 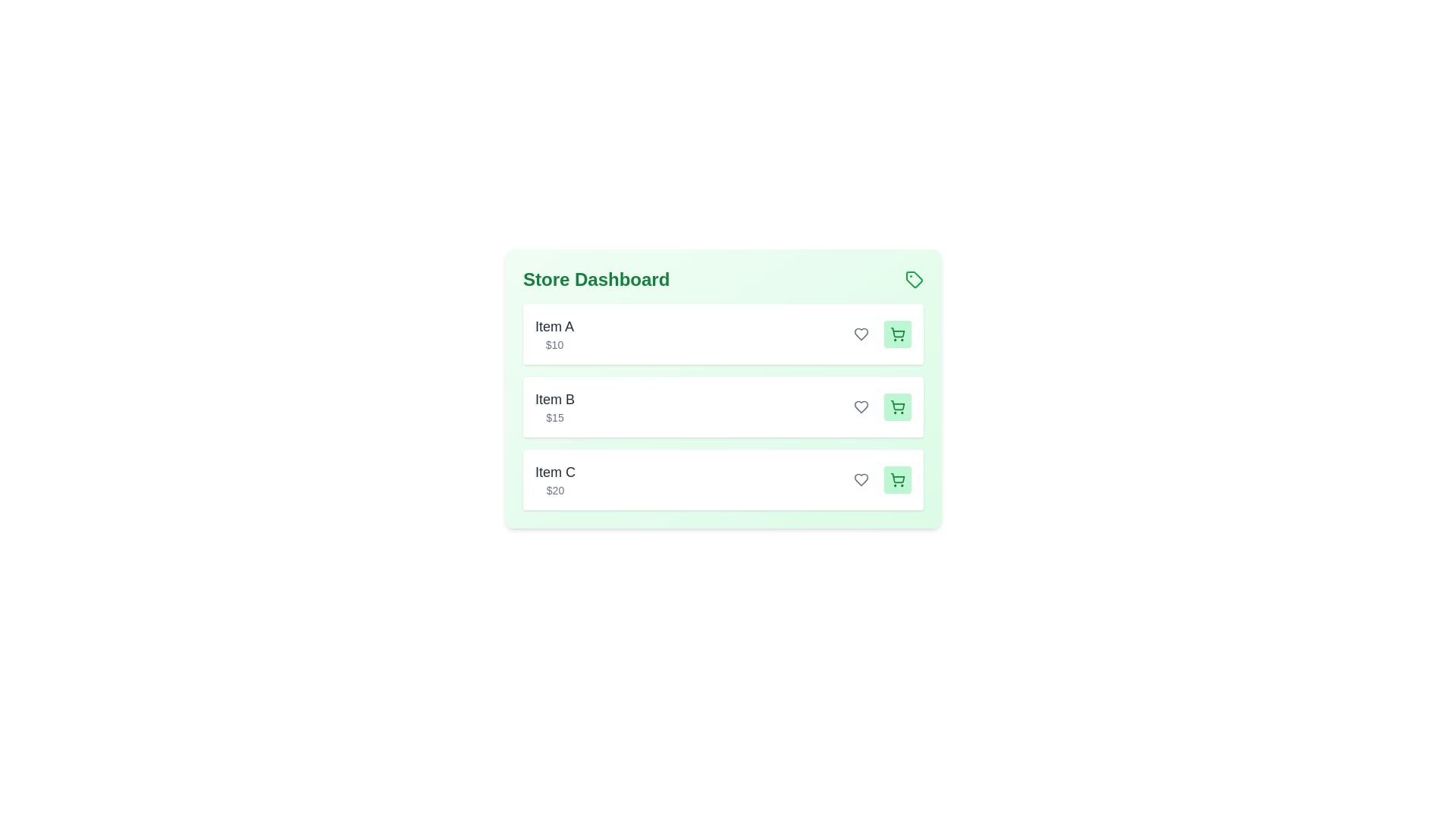 I want to click on the heart-shaped icon button outlined in gray, so click(x=861, y=333).